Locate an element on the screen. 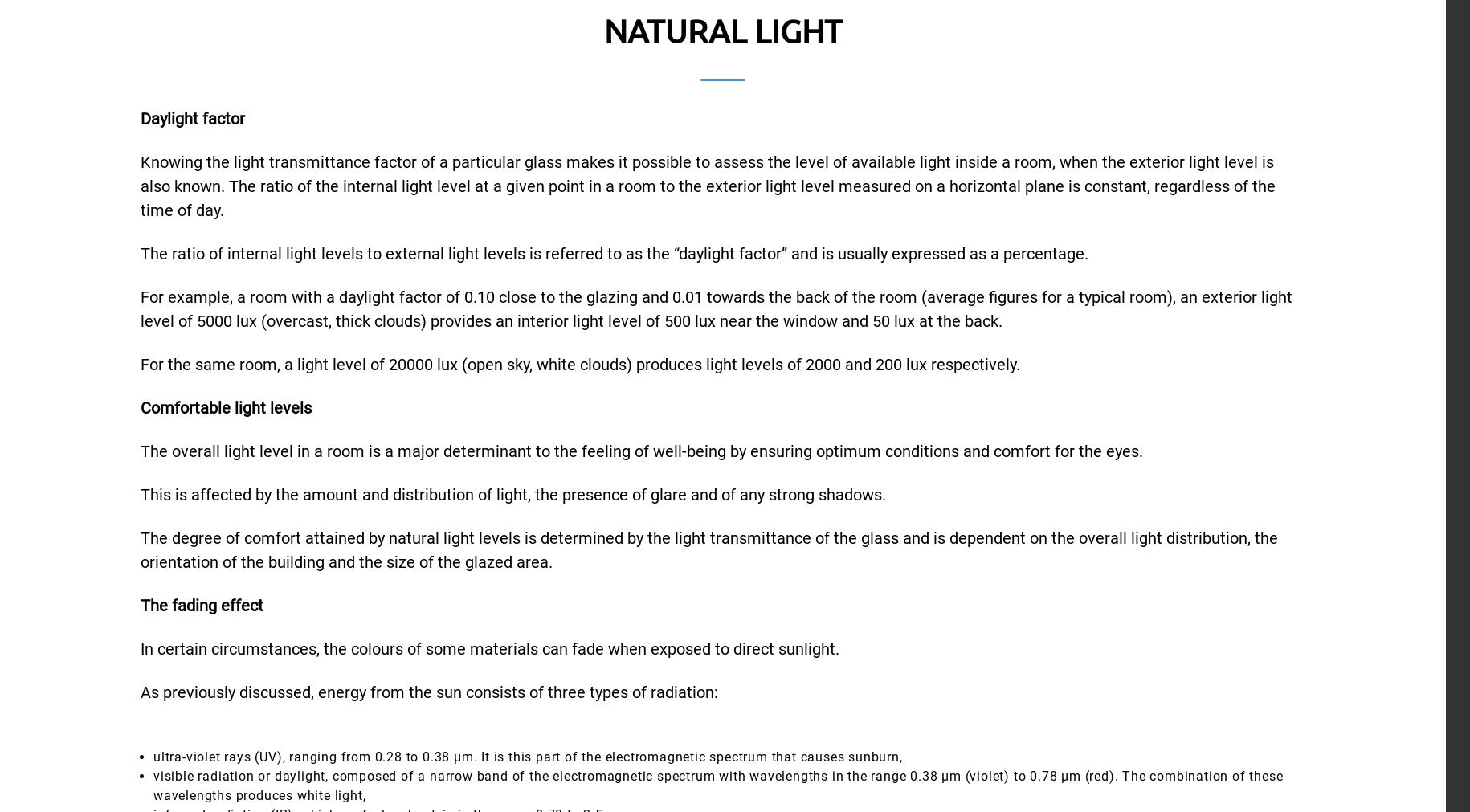 This screenshot has width=1470, height=812. 'This is affected by the amount and distribution of light, the presence of glare and of any strong shadows.' is located at coordinates (140, 493).